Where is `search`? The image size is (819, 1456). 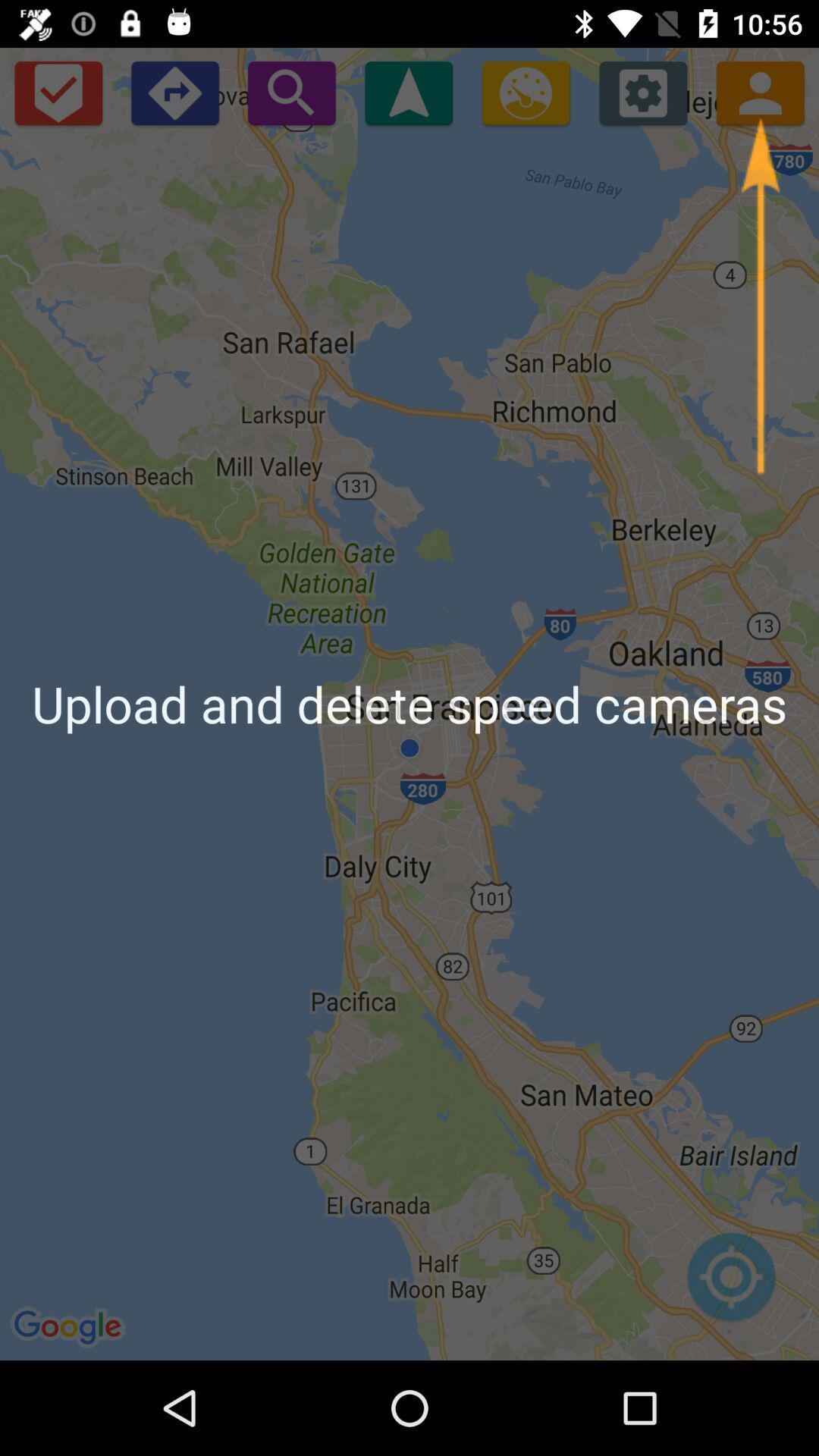 search is located at coordinates (291, 92).